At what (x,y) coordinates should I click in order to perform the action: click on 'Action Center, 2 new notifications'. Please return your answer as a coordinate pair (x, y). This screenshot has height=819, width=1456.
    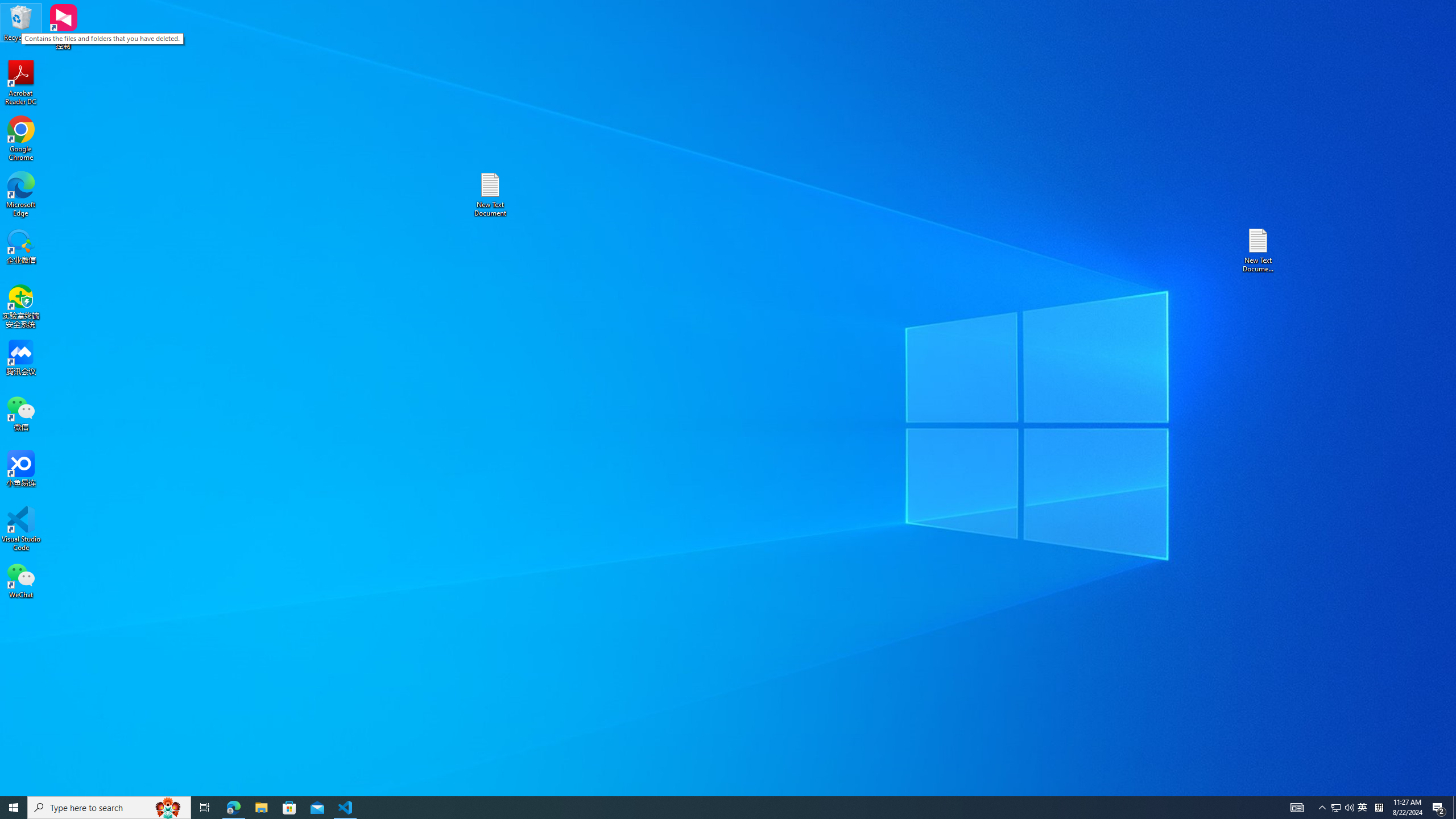
    Looking at the image, I should click on (1439, 806).